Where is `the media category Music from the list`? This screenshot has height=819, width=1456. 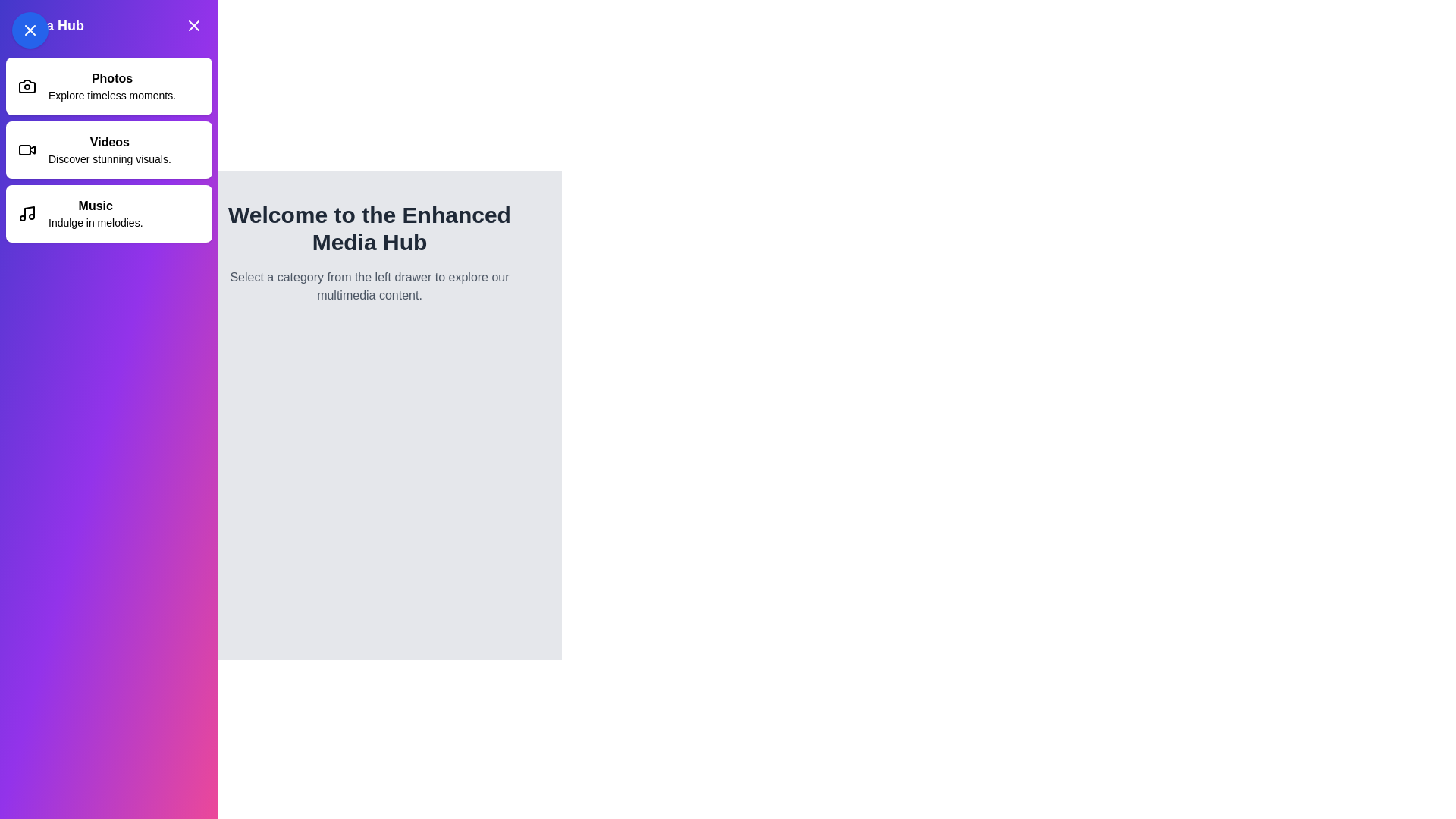 the media category Music from the list is located at coordinates (108, 213).